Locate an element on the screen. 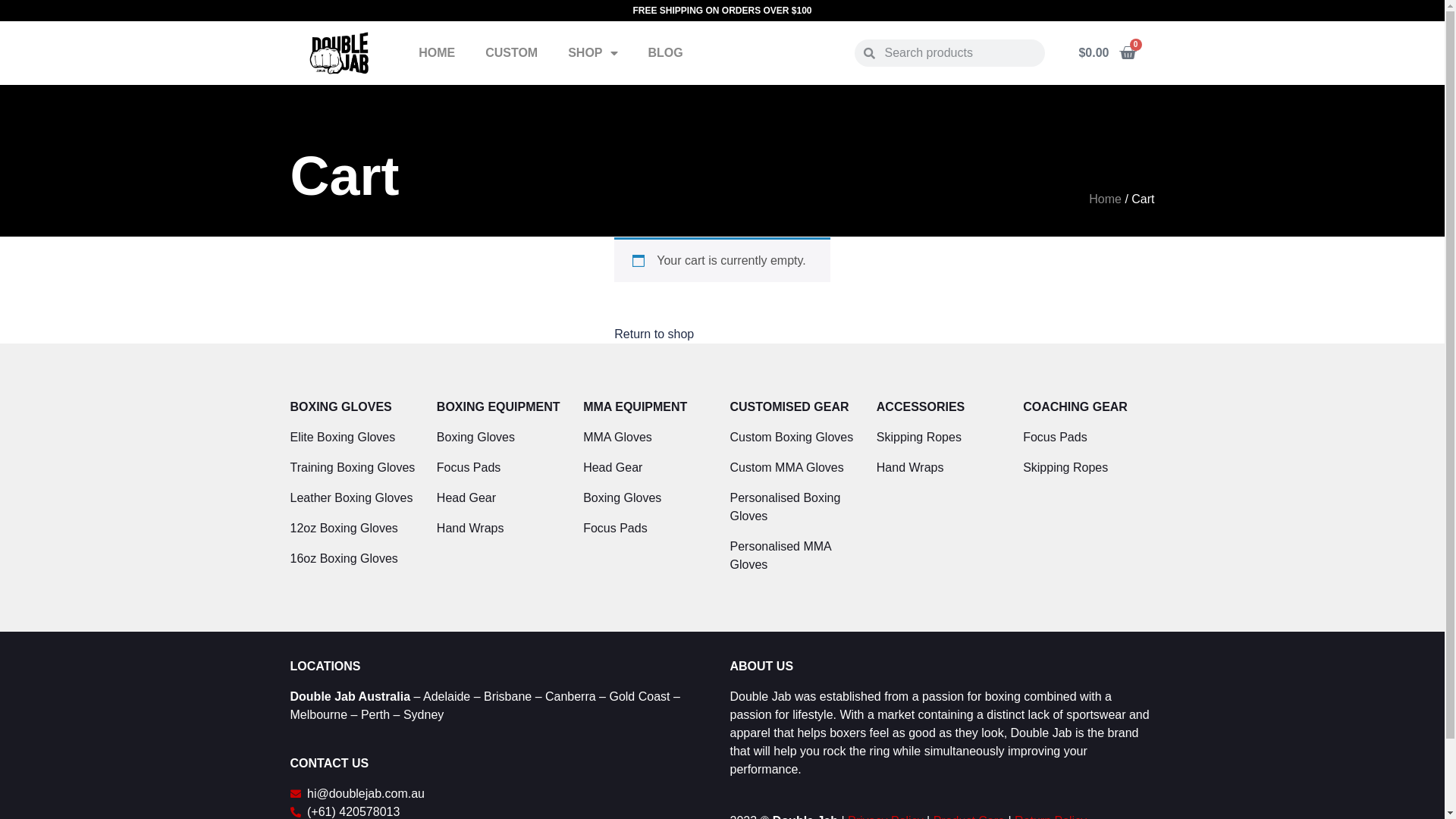  'HOME' is located at coordinates (436, 52).